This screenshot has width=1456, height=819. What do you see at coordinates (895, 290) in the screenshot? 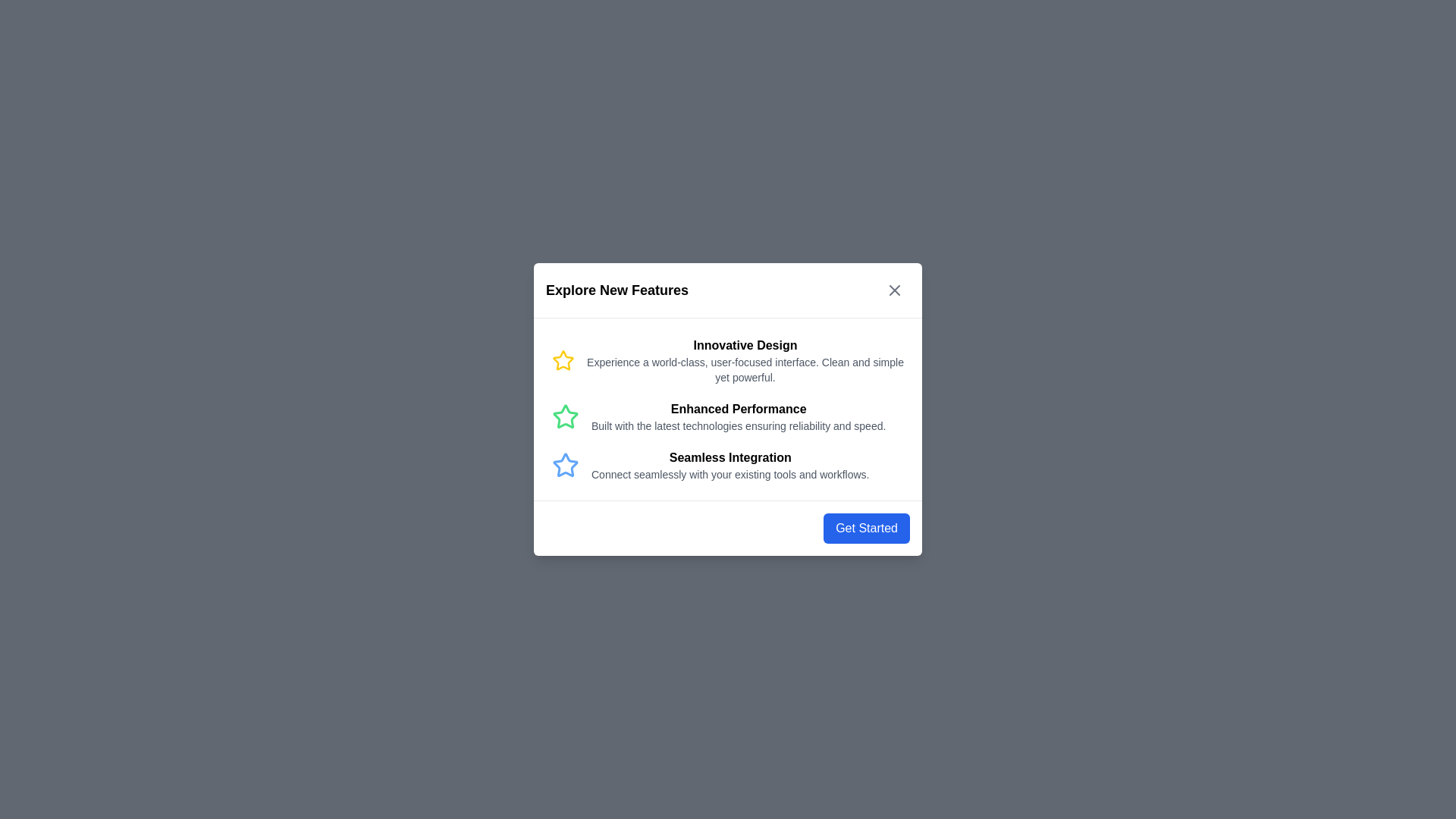
I see `the close icon button located at the top-right corner of the dialog box` at bounding box center [895, 290].